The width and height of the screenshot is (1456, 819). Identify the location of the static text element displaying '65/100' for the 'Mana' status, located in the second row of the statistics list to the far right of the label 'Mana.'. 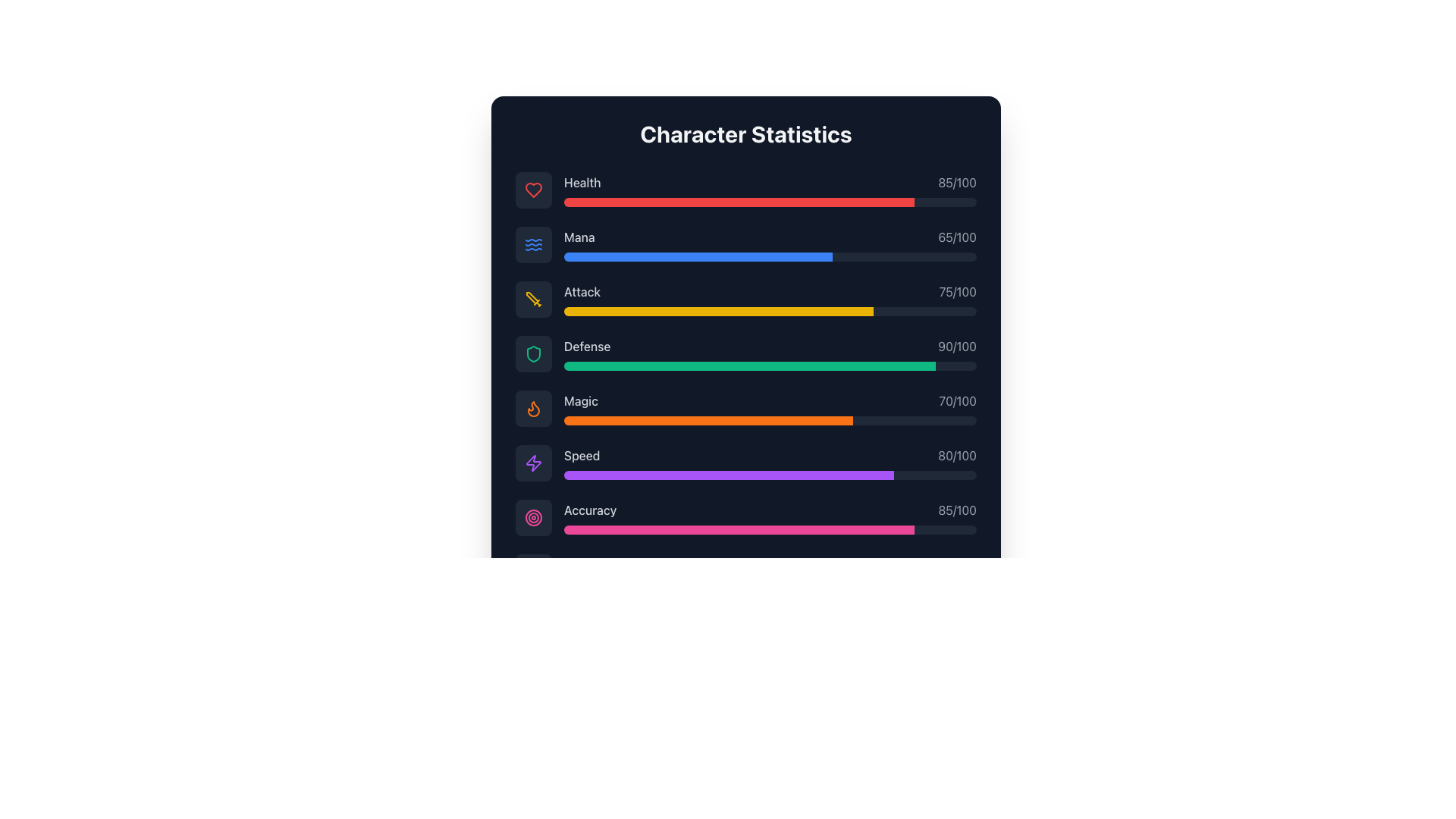
(956, 237).